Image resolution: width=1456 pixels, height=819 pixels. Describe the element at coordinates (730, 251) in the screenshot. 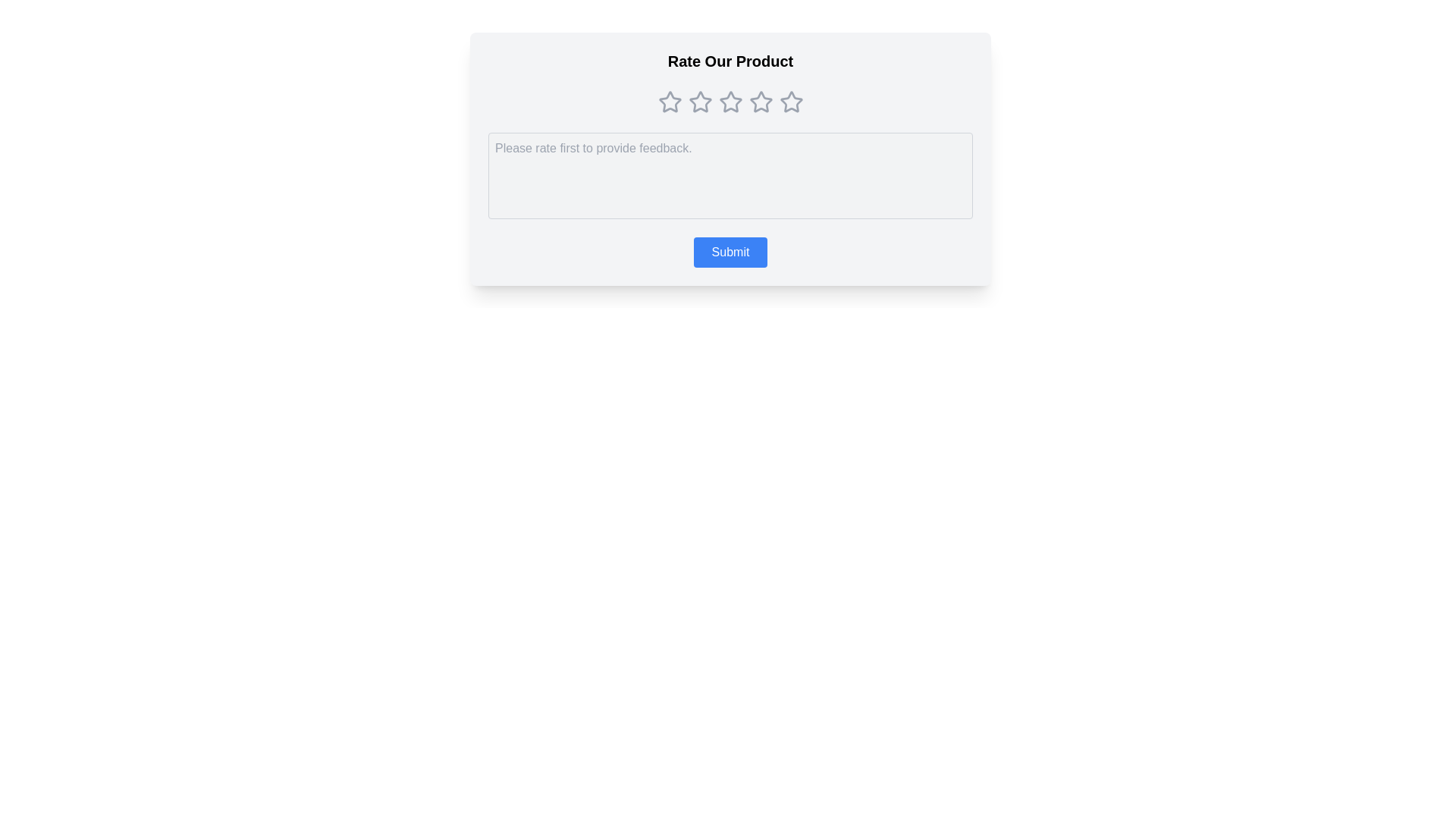

I see `the submit button located below the text area in the rating section to observe the hover effect` at that location.